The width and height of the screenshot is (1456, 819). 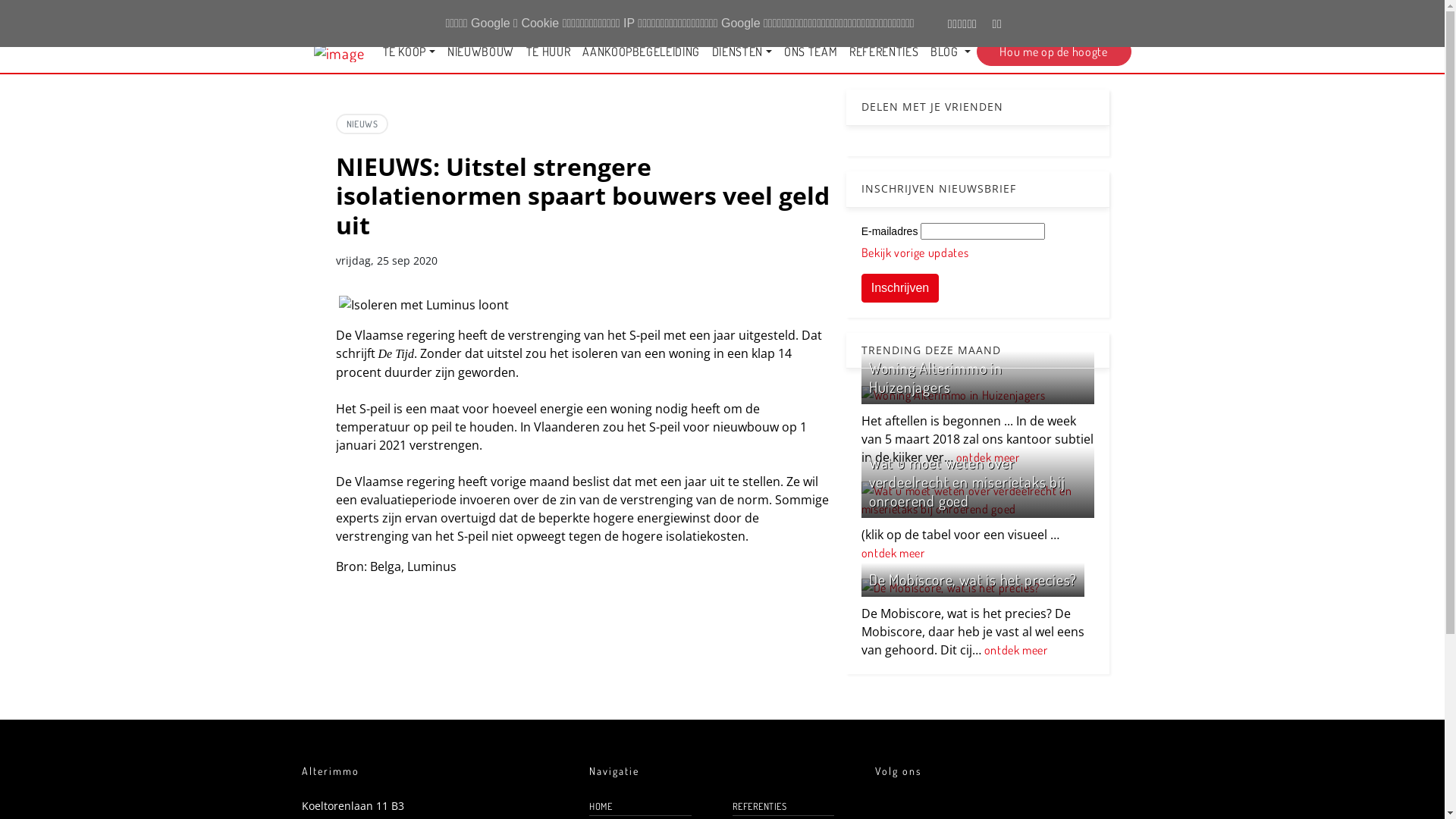 What do you see at coordinates (1095, 14) in the screenshot?
I see `' '` at bounding box center [1095, 14].